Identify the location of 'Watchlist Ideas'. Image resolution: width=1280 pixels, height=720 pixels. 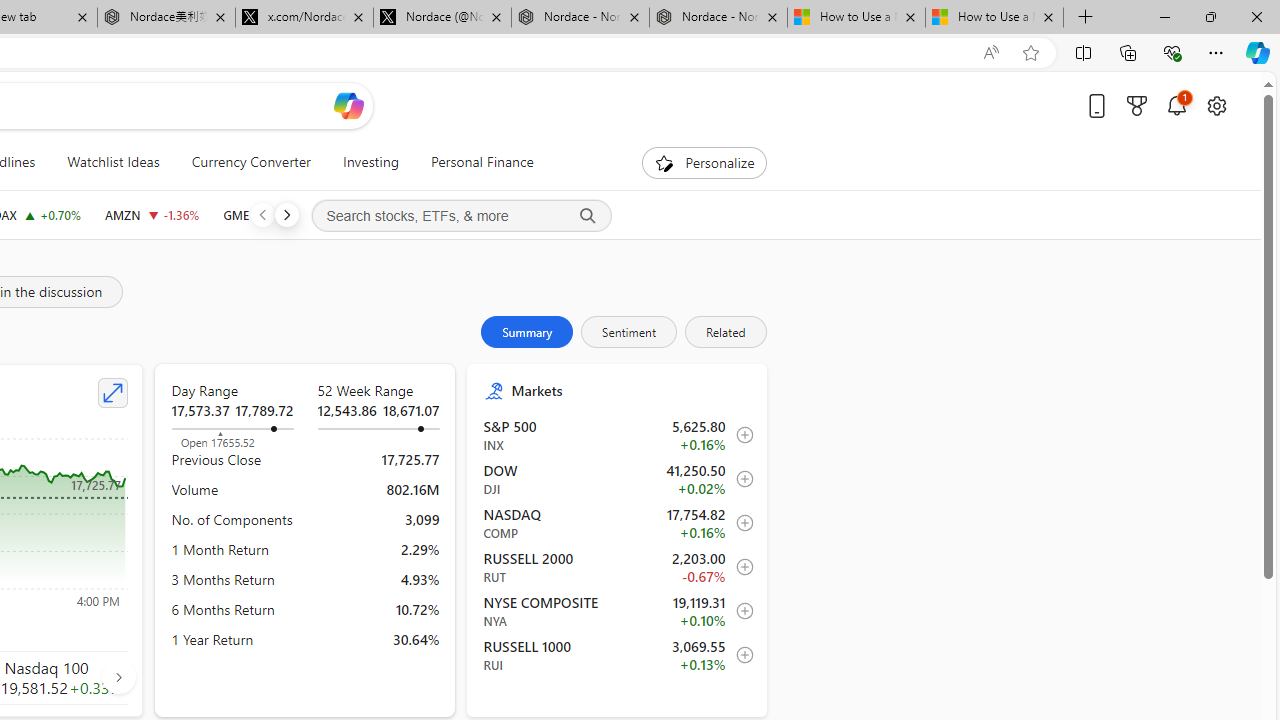
(112, 162).